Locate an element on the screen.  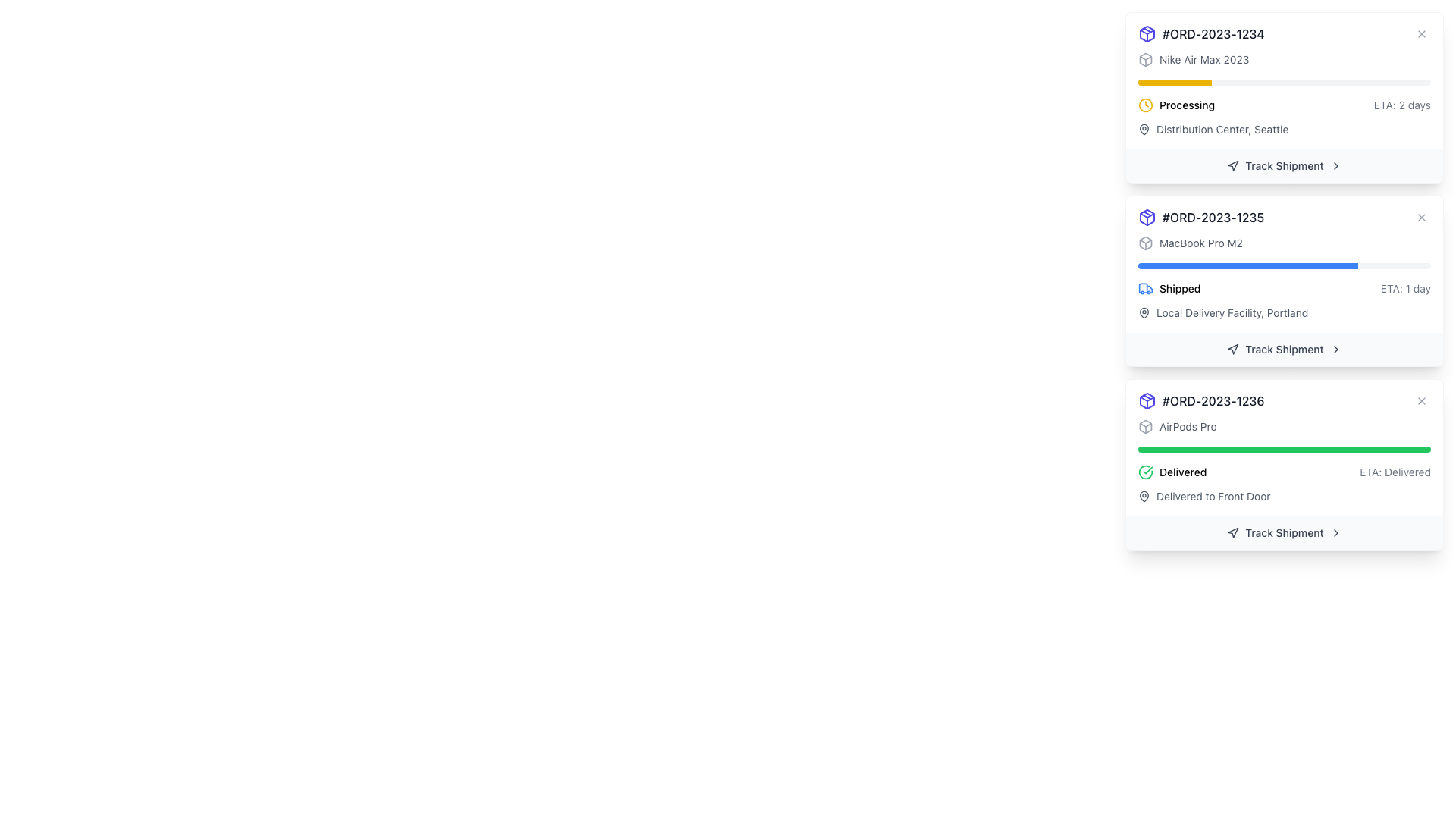
the gray-colored text label that displays 'ETA: Delivered' located in the bottom-right section of the third card is located at coordinates (1395, 472).